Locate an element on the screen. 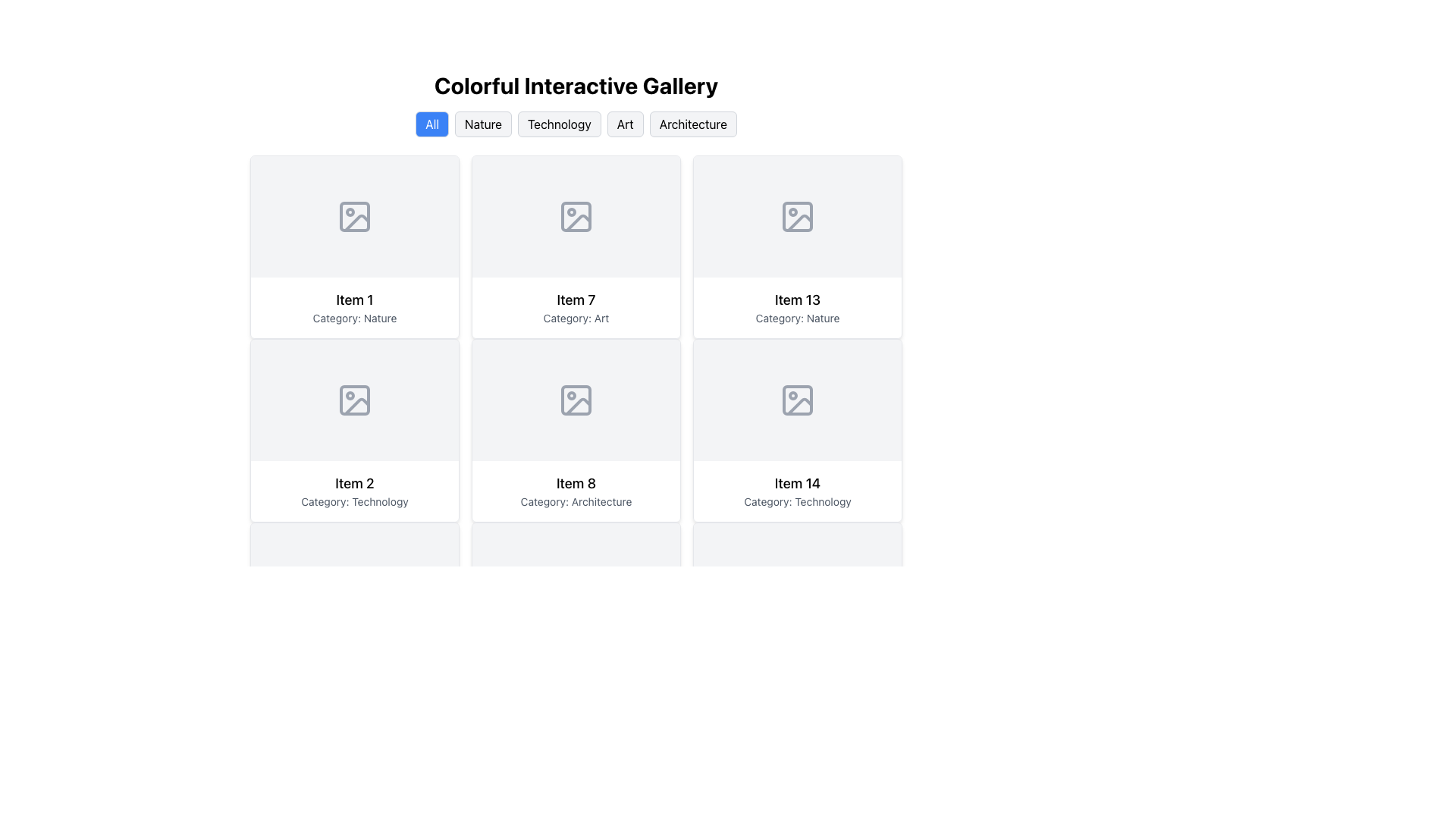 The height and width of the screenshot is (819, 1456). the card labeled 'Item 13' in the gallery, which is the fifth card in the grid layout located in the top right of the visible grid portion is located at coordinates (796, 246).